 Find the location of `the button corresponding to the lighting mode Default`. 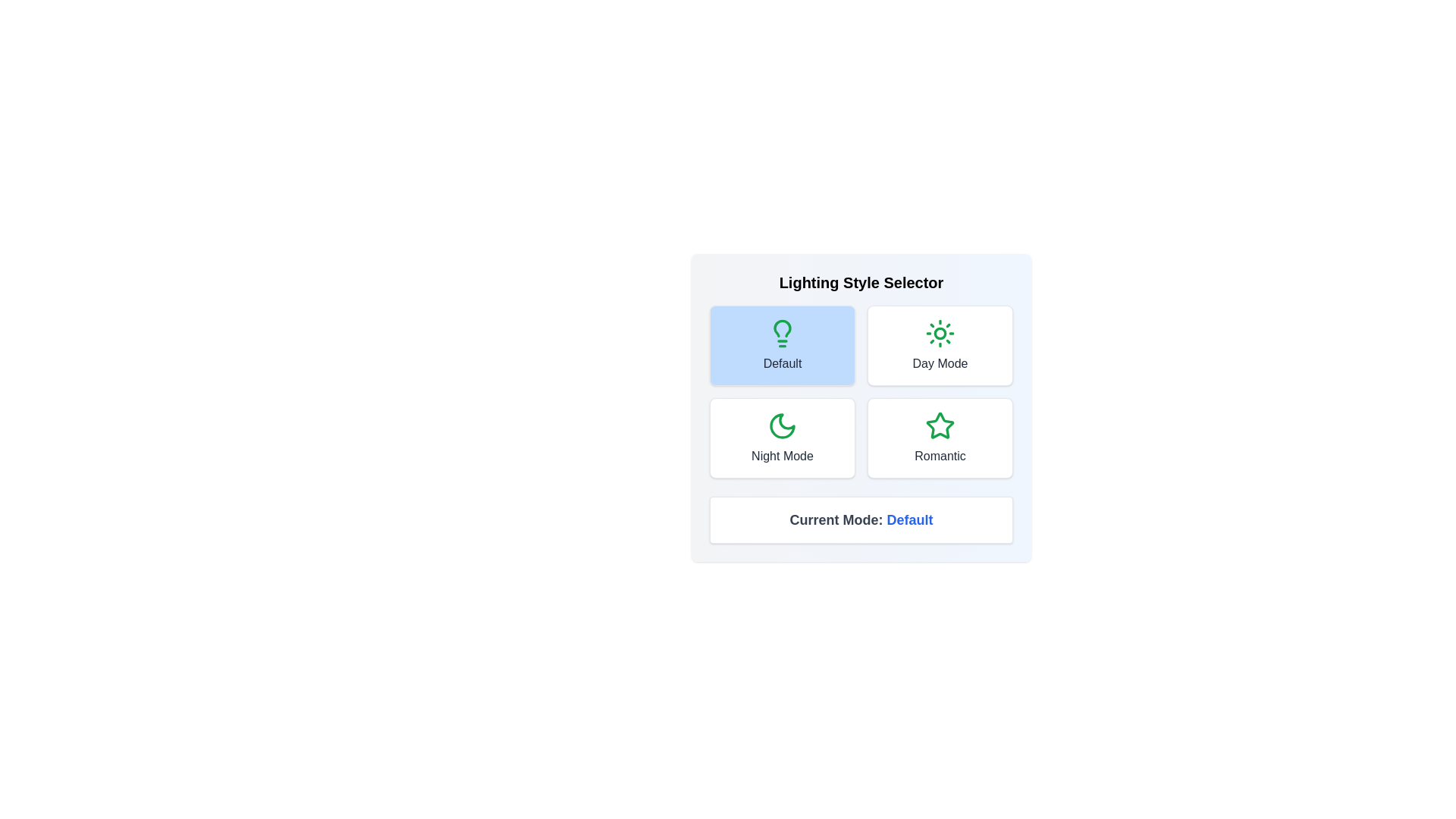

the button corresponding to the lighting mode Default is located at coordinates (783, 345).